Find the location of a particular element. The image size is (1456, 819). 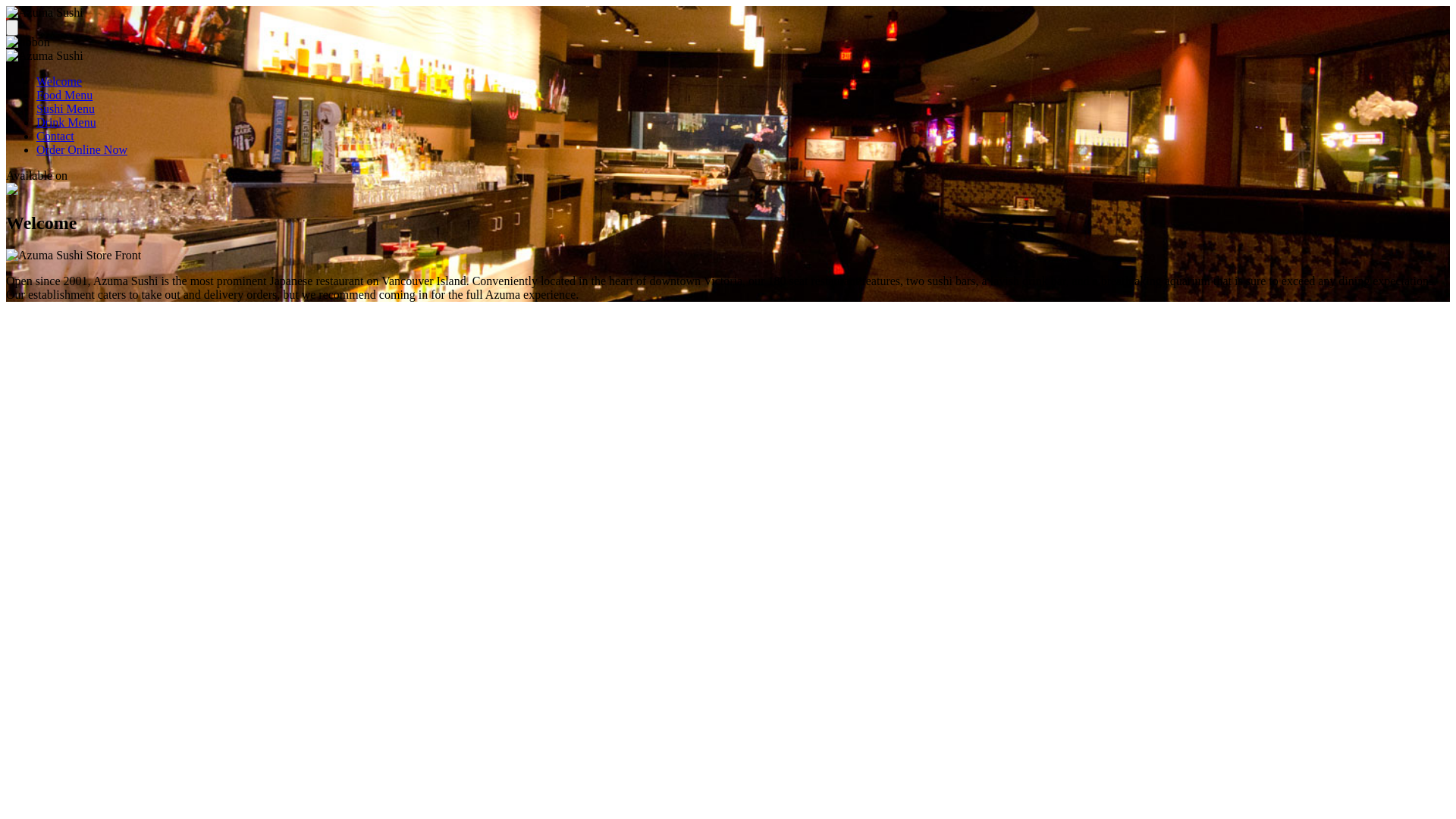

'Order Online Now' is located at coordinates (80, 149).